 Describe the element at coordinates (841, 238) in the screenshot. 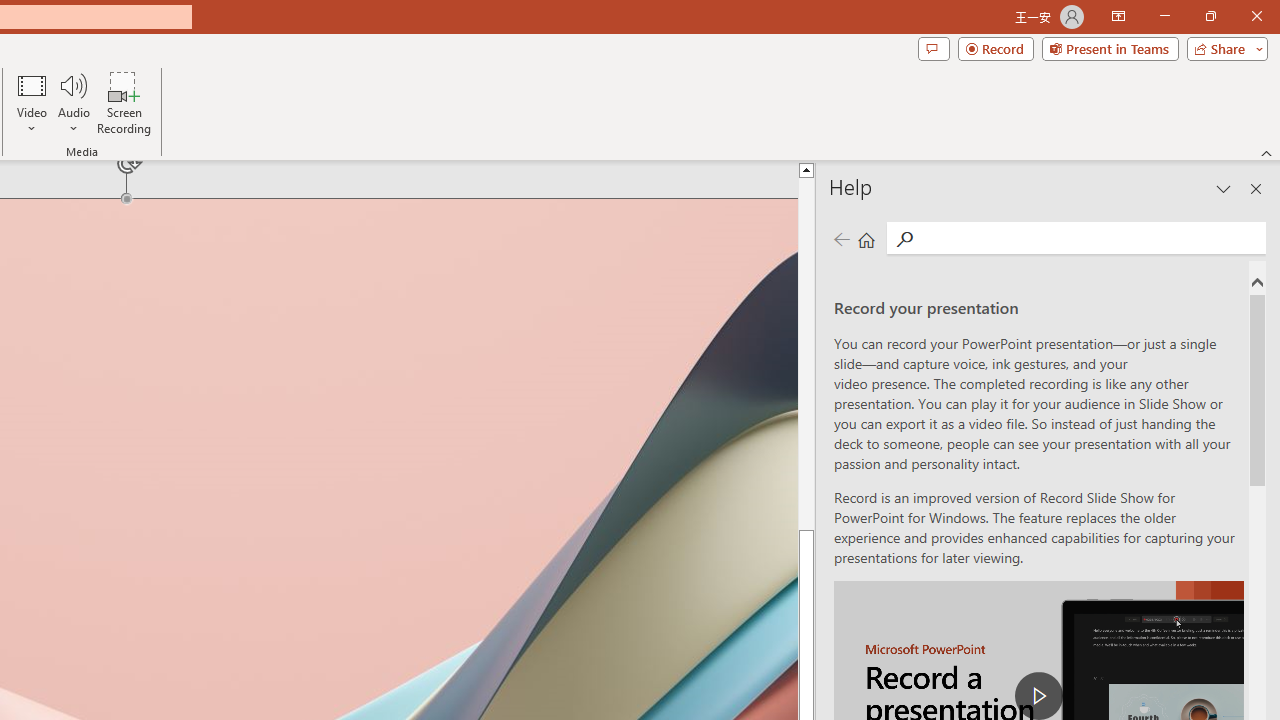

I see `'Previous page'` at that location.